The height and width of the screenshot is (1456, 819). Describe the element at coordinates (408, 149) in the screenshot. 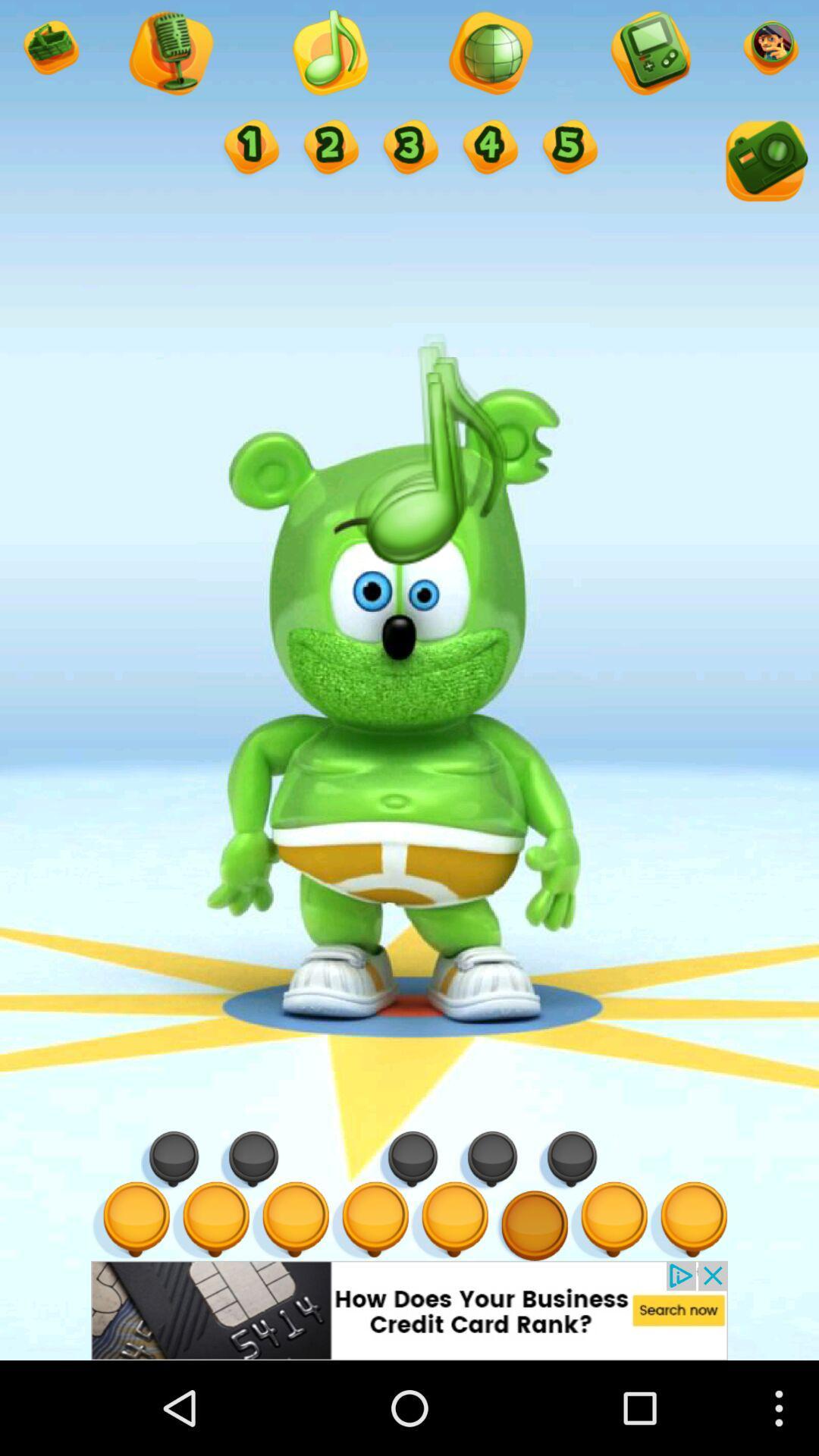

I see `3 option` at that location.